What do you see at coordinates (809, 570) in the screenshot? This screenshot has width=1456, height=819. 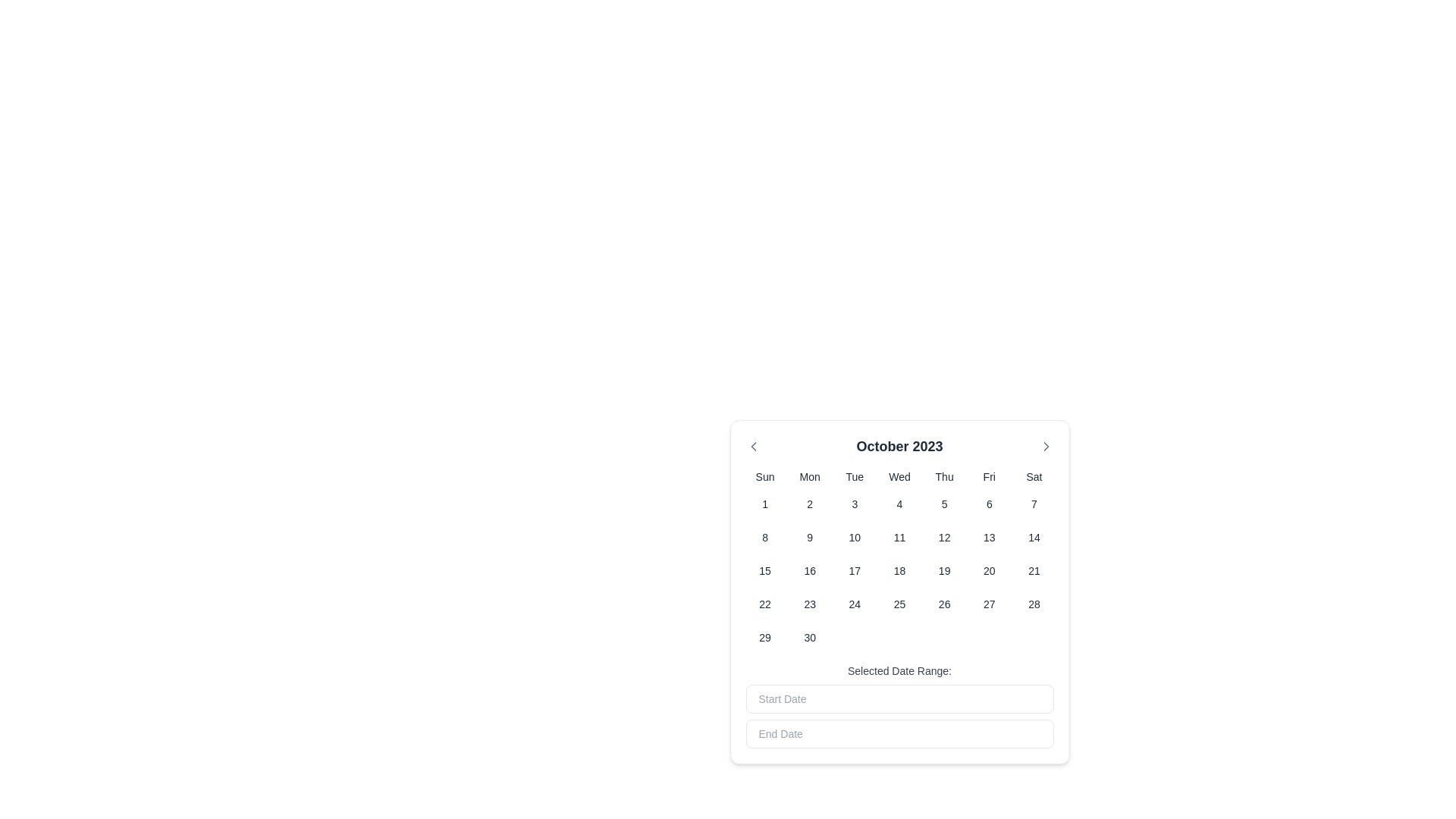 I see `the button displaying the number '16' in the calendar grid for October 2023` at bounding box center [809, 570].